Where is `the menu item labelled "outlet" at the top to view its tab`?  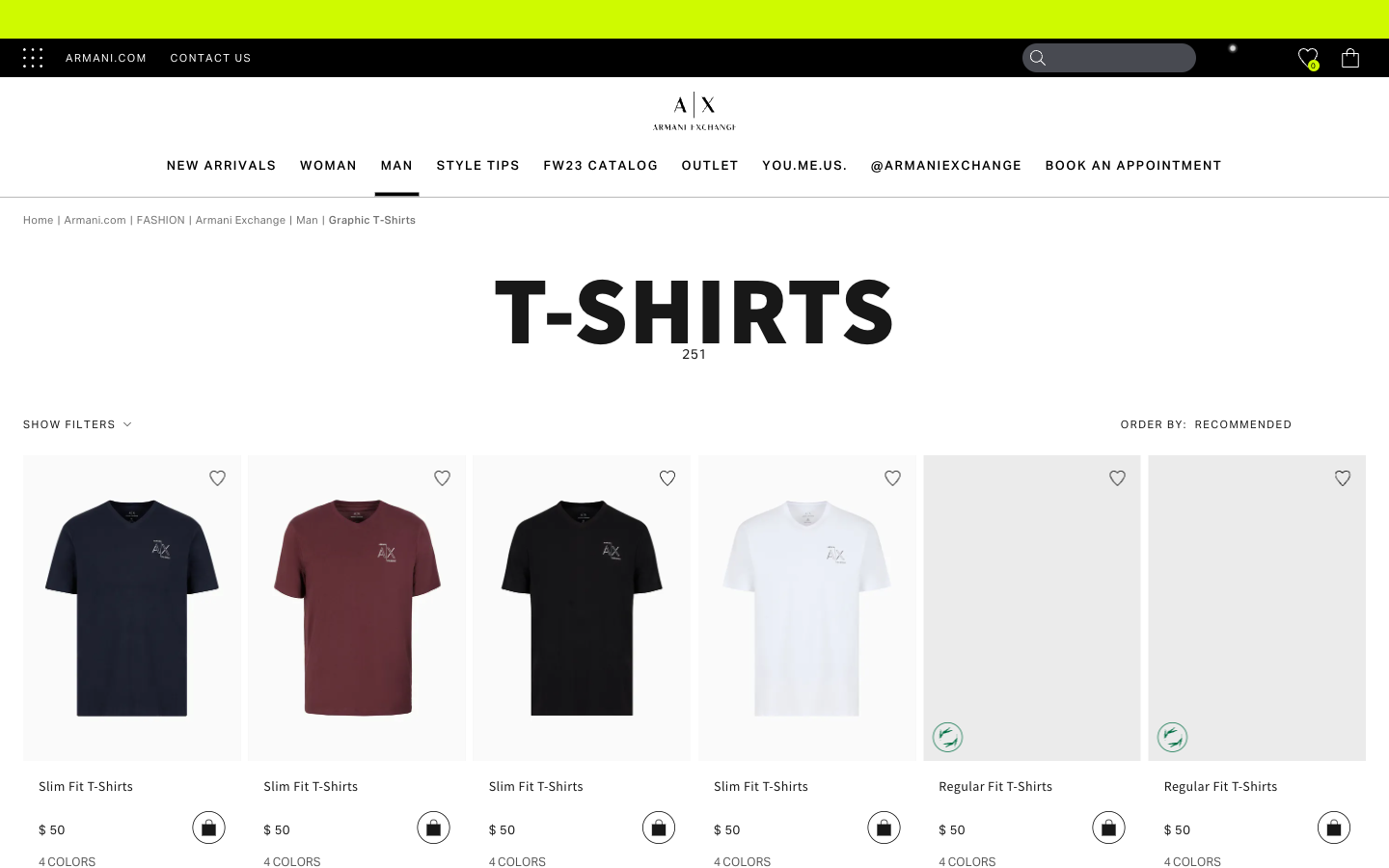
the menu item labelled "outlet" at the top to view its tab is located at coordinates (709, 165).